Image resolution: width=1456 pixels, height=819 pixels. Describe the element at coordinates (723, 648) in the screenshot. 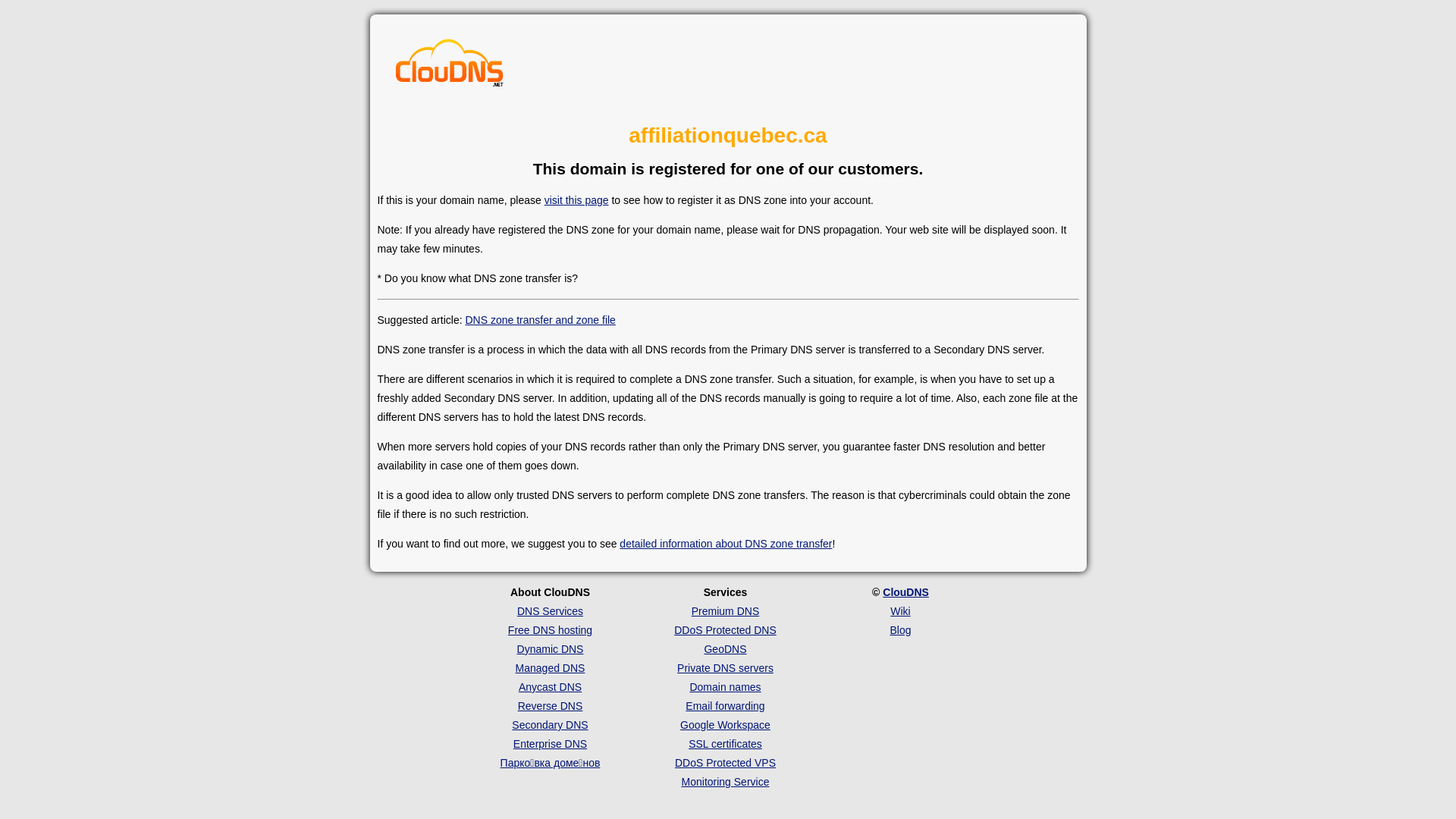

I see `'GeoDNS'` at that location.